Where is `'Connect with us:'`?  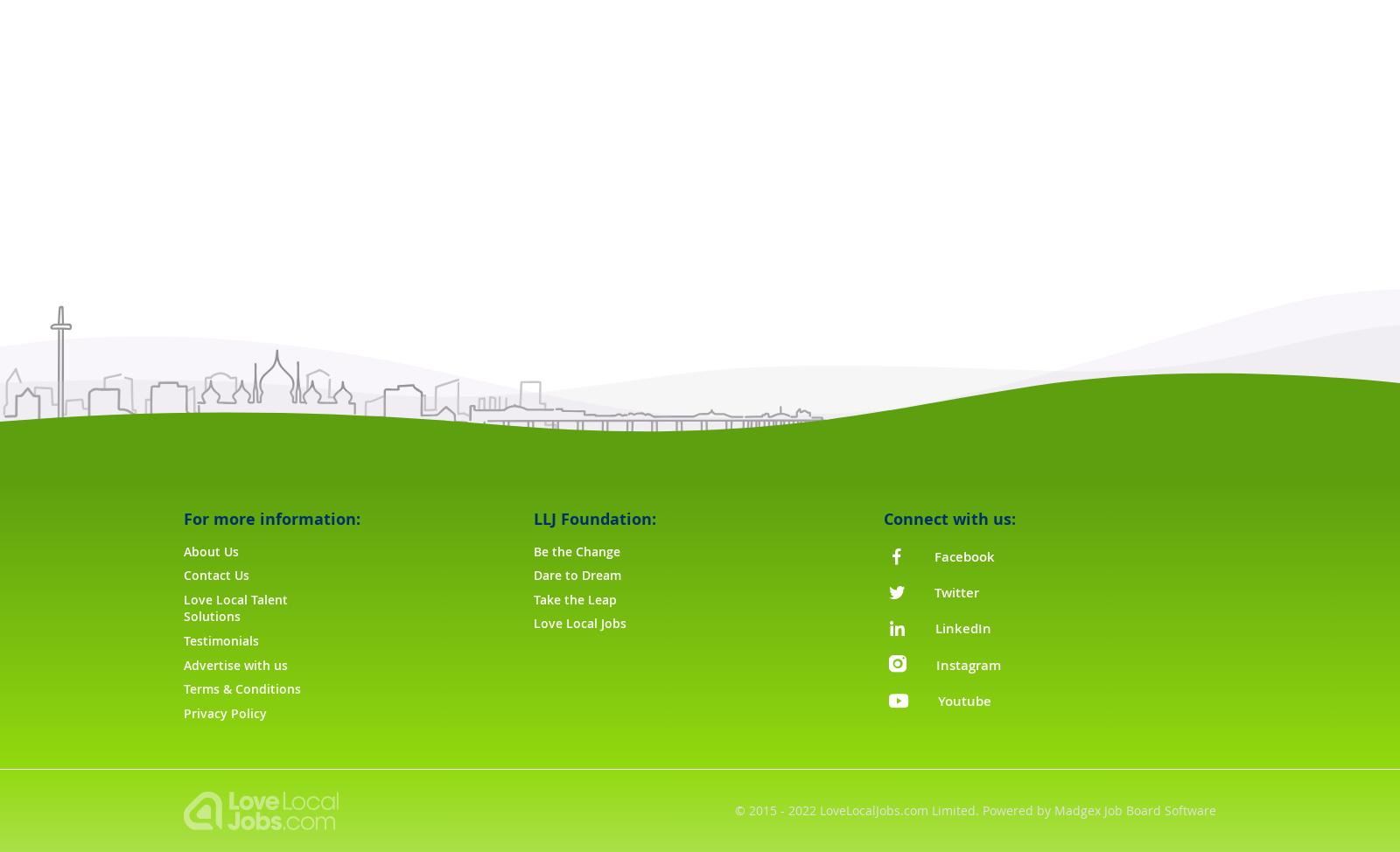
'Connect with us:' is located at coordinates (948, 518).